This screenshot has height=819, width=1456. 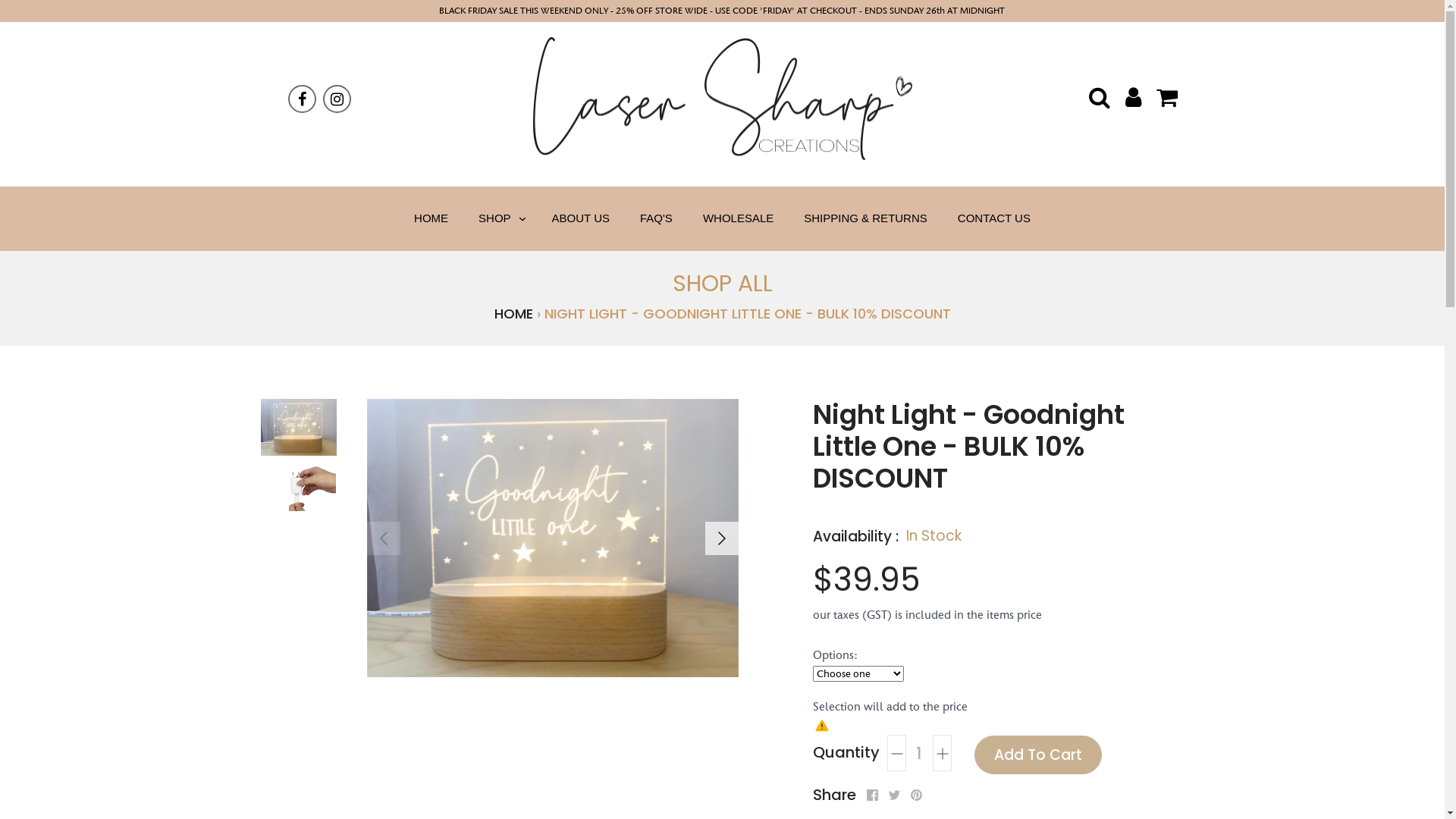 What do you see at coordinates (915, 794) in the screenshot?
I see `'Pinterest` at bounding box center [915, 794].